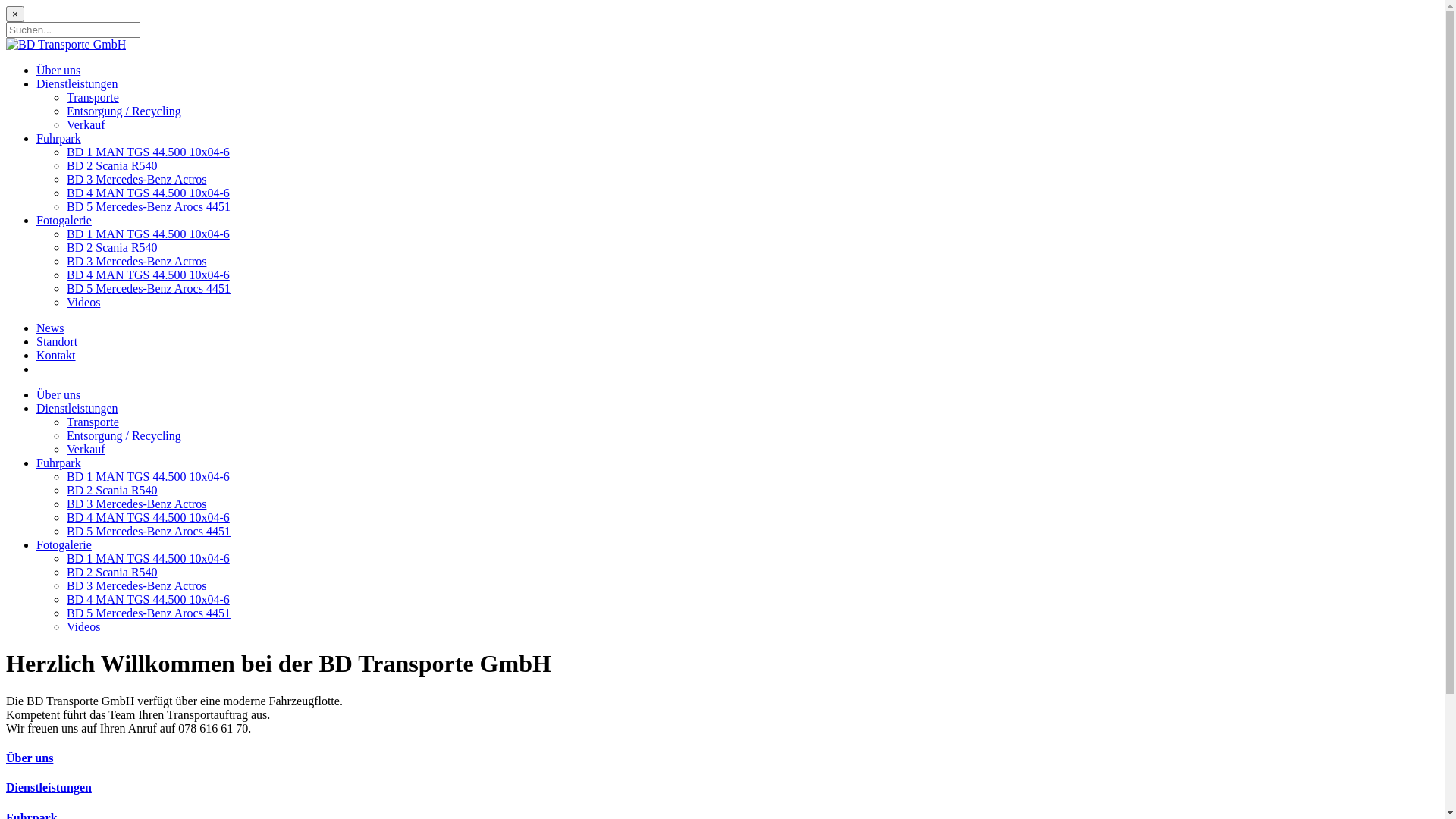  Describe the element at coordinates (76, 407) in the screenshot. I see `'Dienstleistungen'` at that location.